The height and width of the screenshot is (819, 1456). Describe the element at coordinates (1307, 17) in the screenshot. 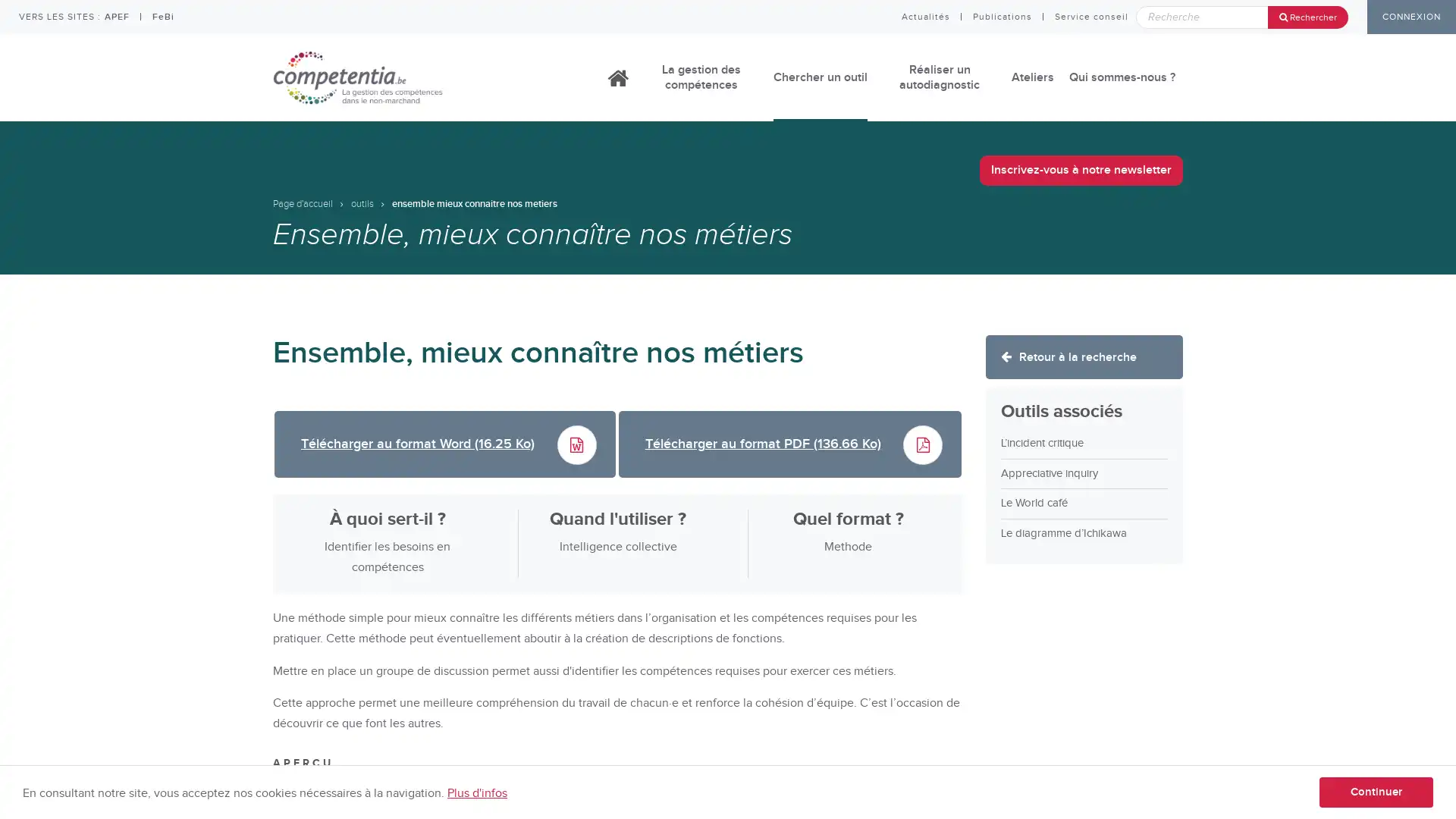

I see `Rechercher` at that location.